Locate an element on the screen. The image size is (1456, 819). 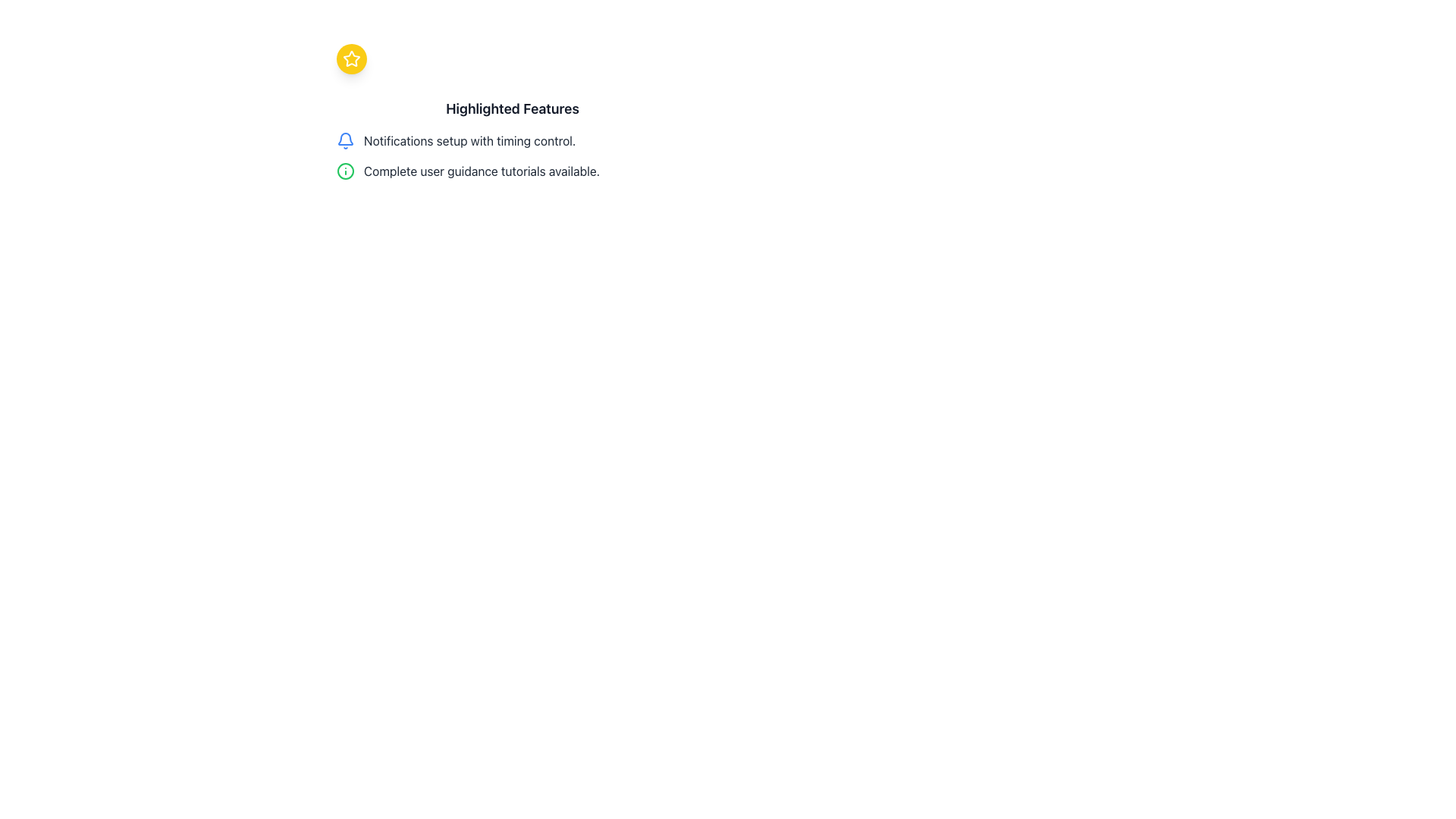
text label providing information about user guidance tutorials, located below 'Notifications setup with timing control.' and to the right of a circular green icon with an 'i' is located at coordinates (481, 171).